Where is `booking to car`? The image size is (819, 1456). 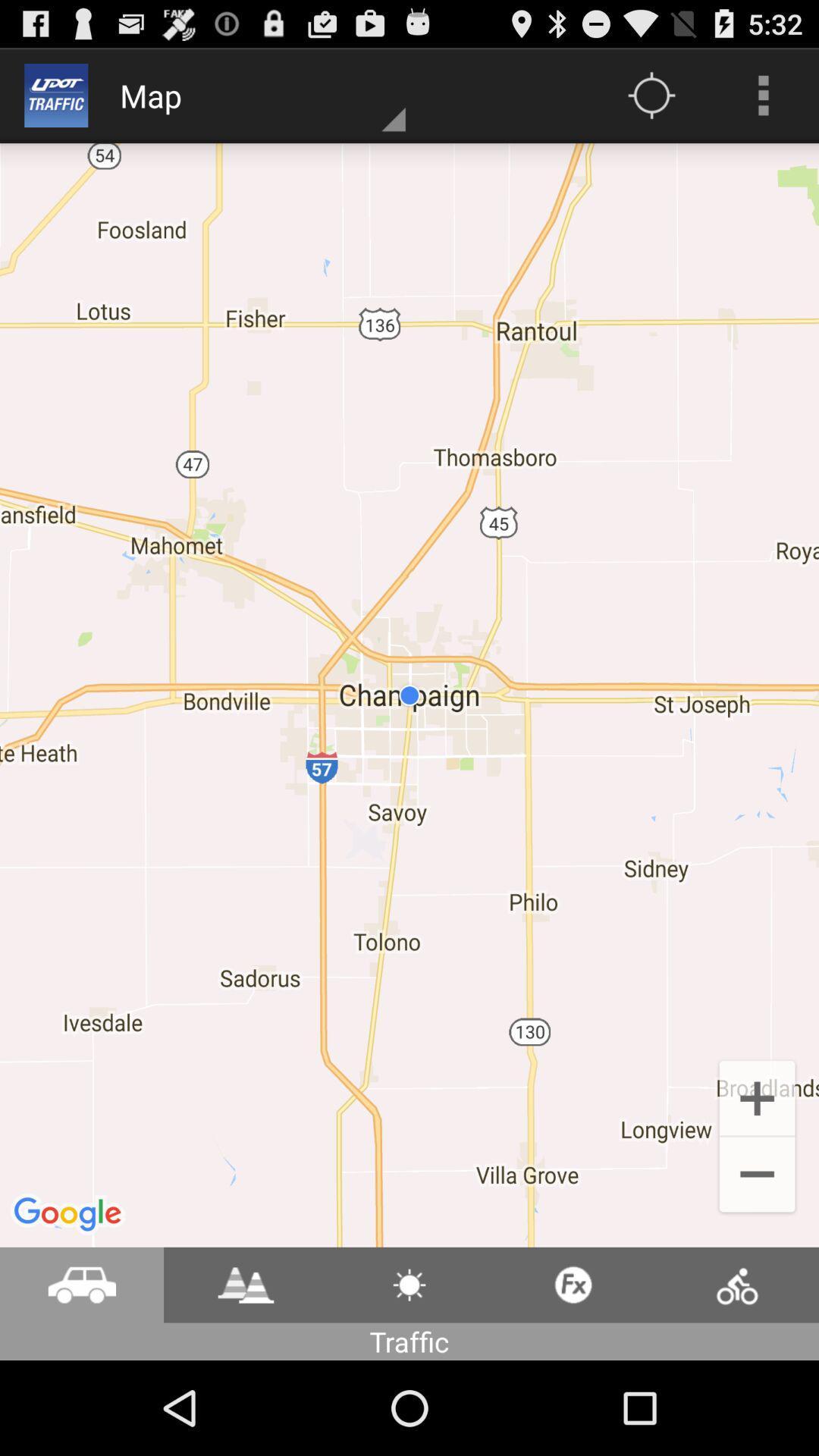 booking to car is located at coordinates (82, 1284).